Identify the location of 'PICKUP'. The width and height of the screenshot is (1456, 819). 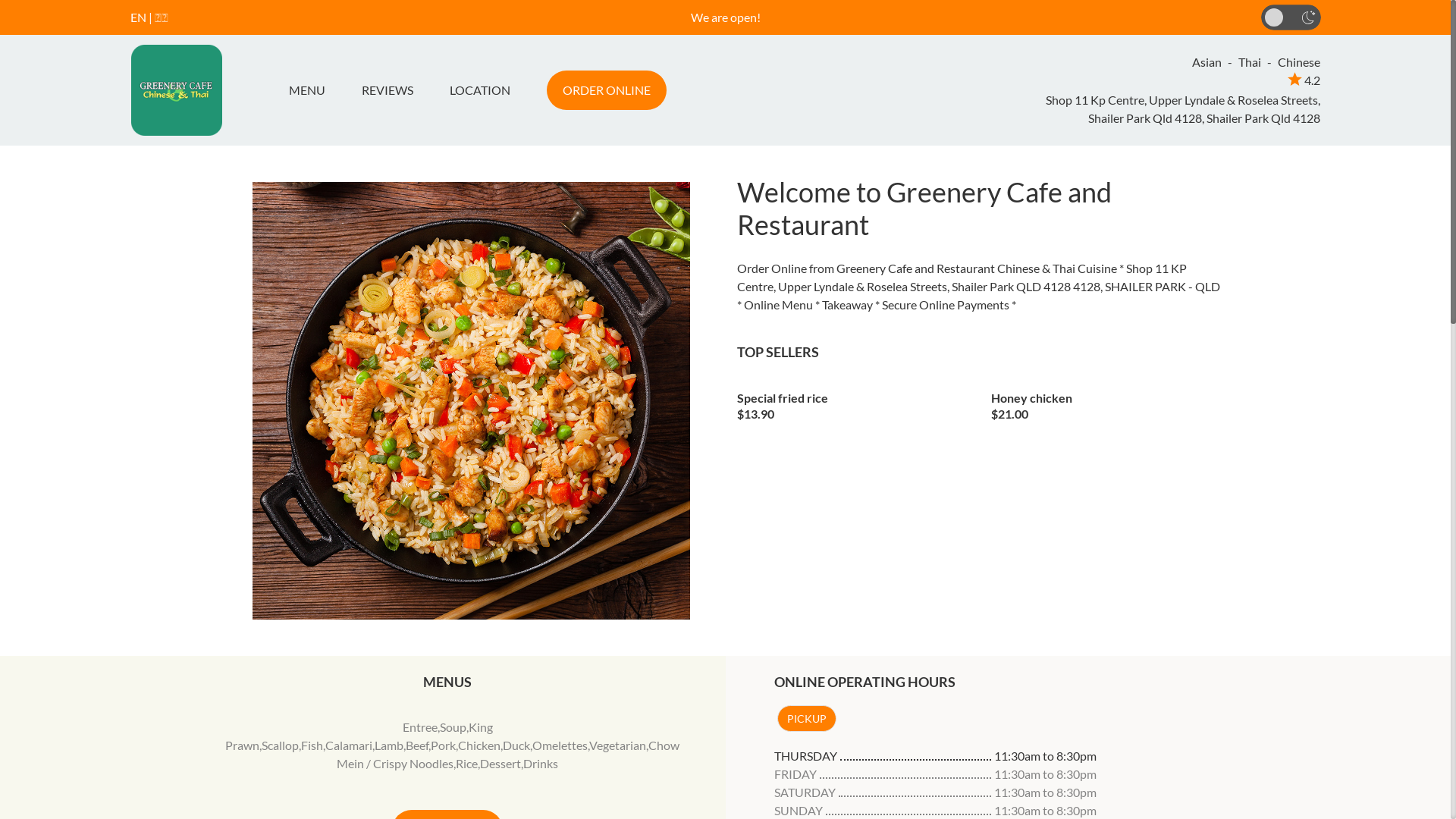
(805, 717).